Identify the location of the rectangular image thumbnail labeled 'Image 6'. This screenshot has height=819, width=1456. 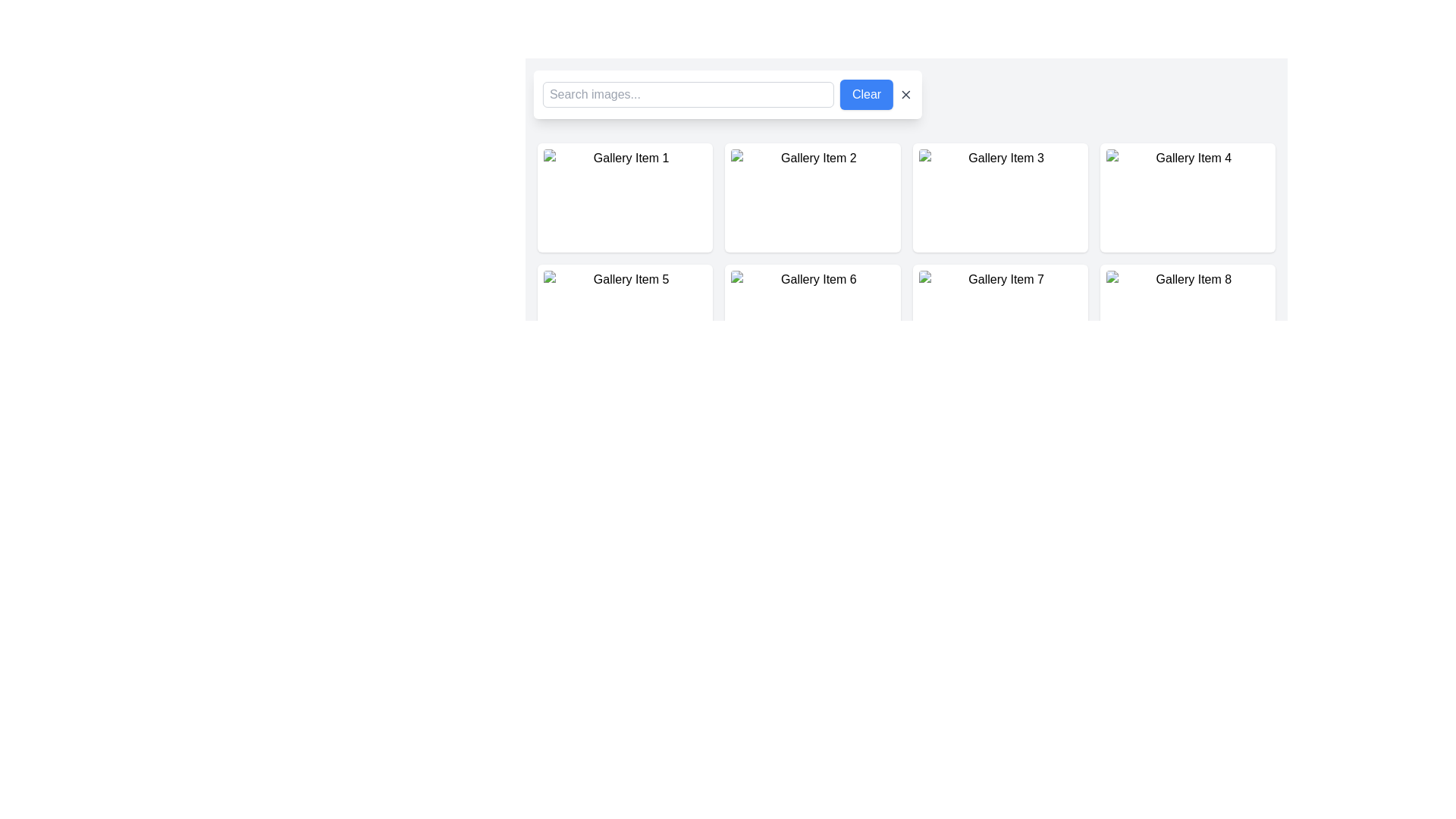
(811, 318).